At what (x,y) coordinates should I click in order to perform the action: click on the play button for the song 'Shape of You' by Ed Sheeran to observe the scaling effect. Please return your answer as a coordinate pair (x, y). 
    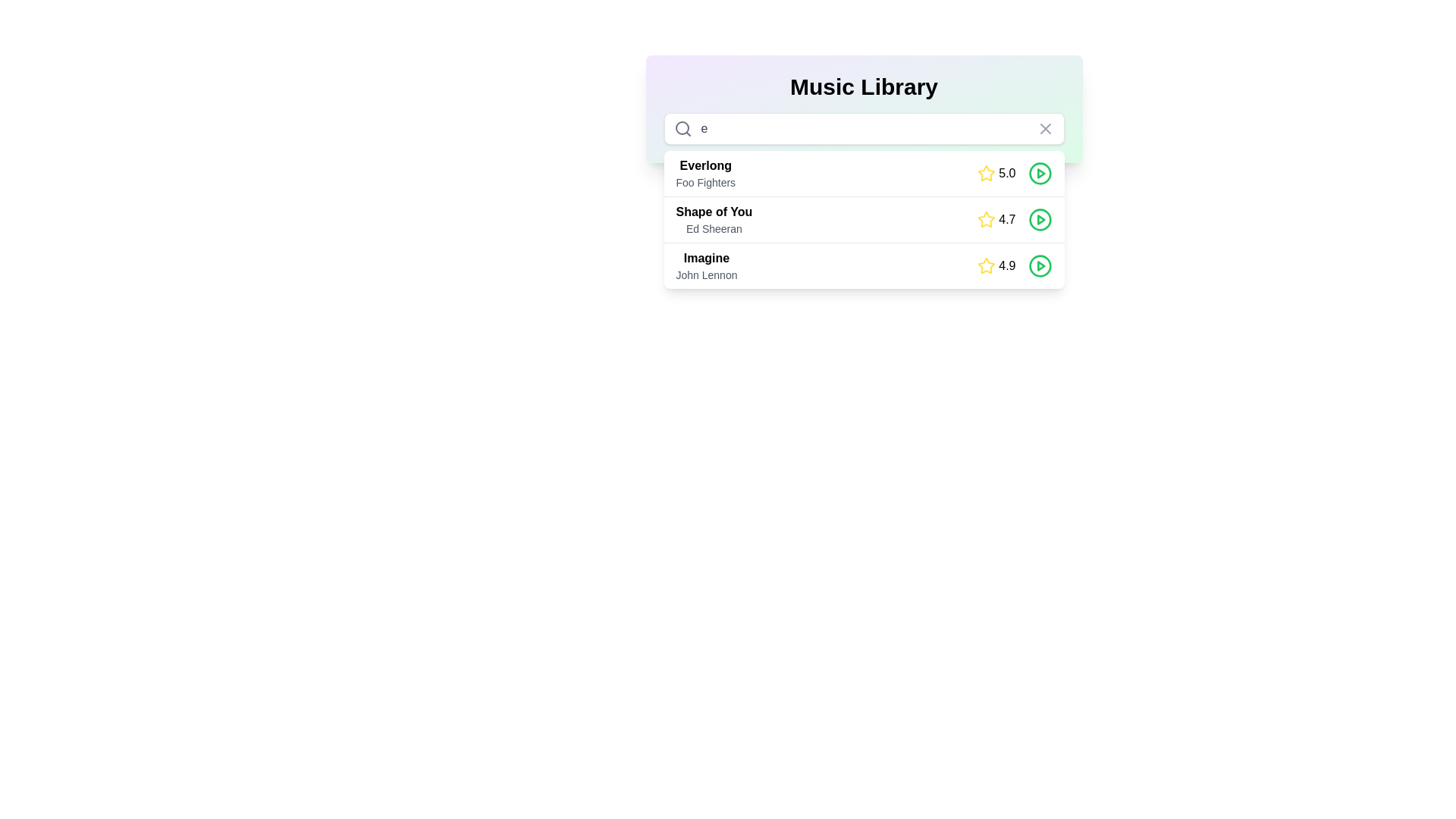
    Looking at the image, I should click on (1039, 219).